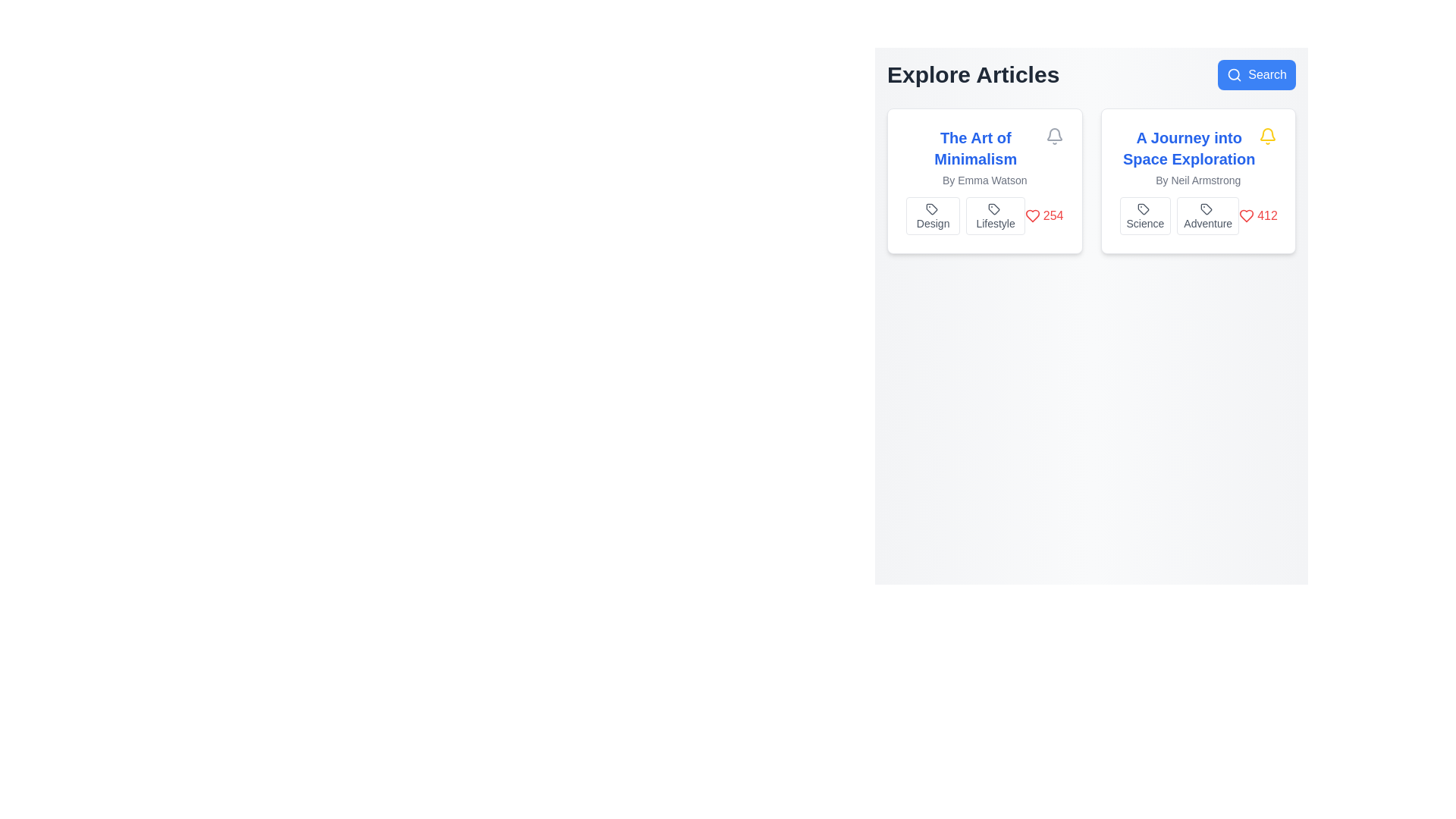 The image size is (1456, 819). Describe the element at coordinates (930, 209) in the screenshot. I see `the icon resembling a label or tag located at the top-left corner of the 'Design' label in the article card under 'Explore Articles'` at that location.